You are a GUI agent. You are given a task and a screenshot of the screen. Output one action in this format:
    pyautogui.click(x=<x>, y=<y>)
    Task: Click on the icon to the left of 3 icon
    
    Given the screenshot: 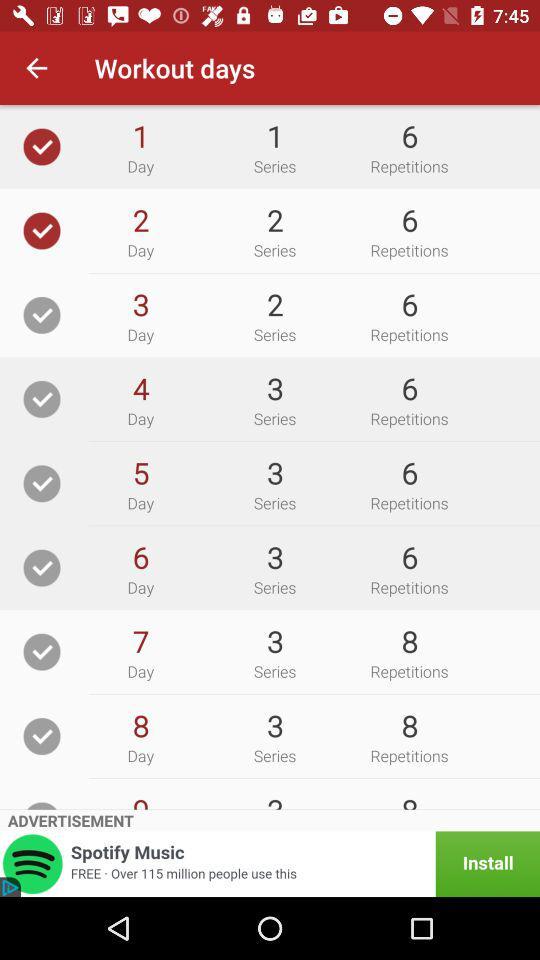 What is the action you would take?
    pyautogui.click(x=139, y=640)
    